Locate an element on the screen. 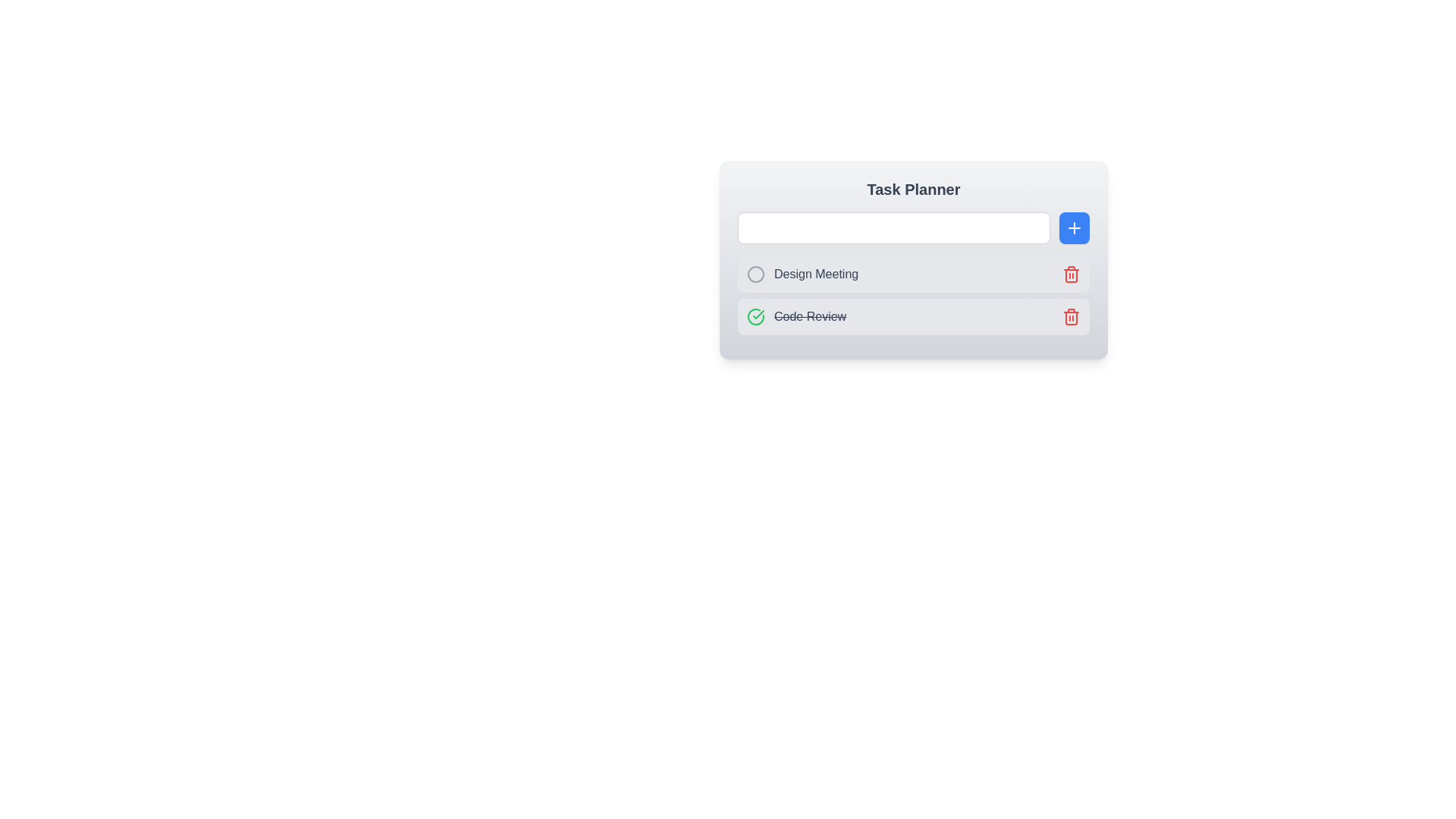 The height and width of the screenshot is (819, 1456). the text label indicating the title or description of the specific task in the upper task item of the checklist, located next to the checkbox icon is located at coordinates (802, 275).